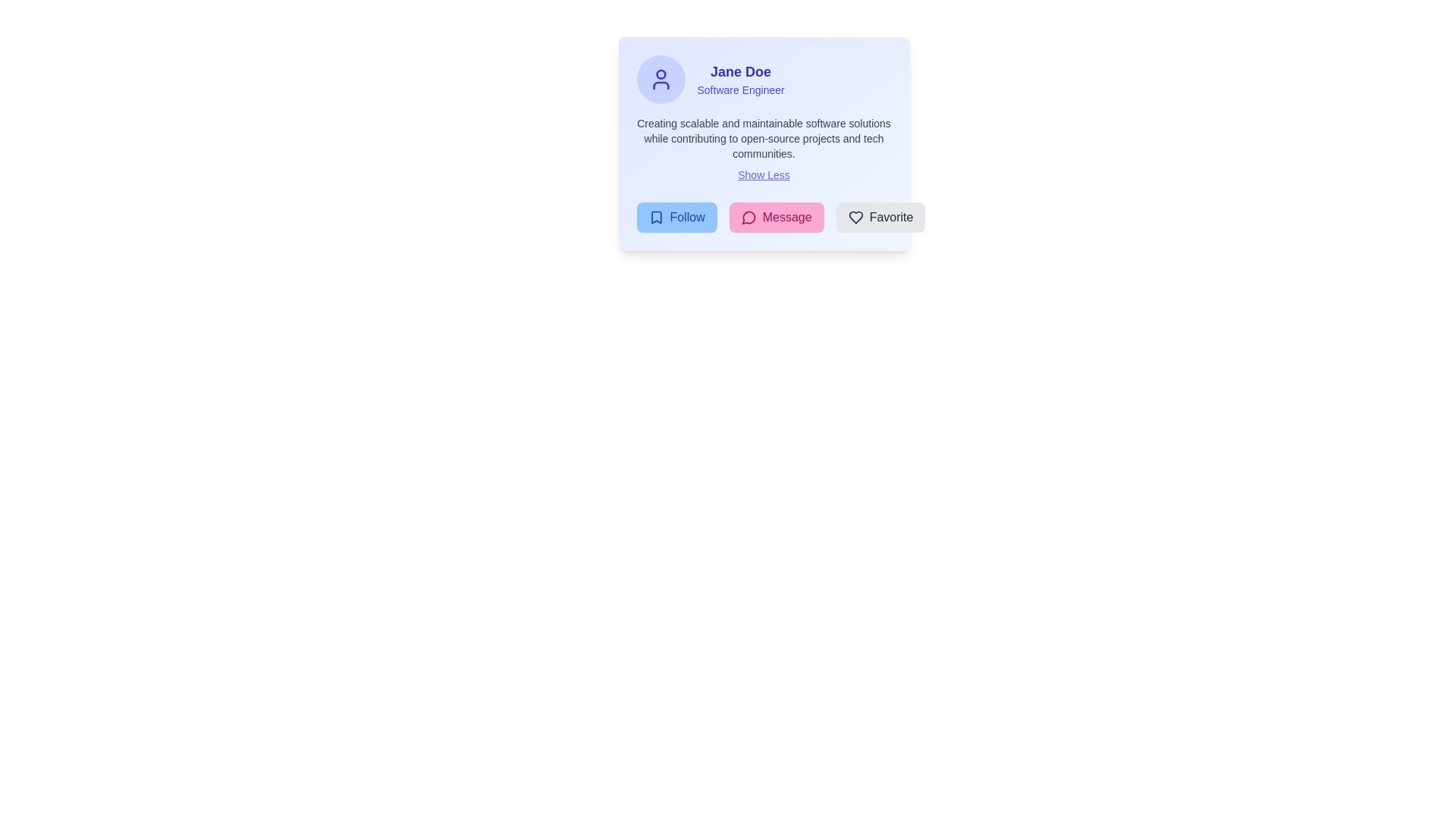 The image size is (1456, 819). Describe the element at coordinates (741, 79) in the screenshot. I see `text display component at the top left of the personal profile card, which shows the name 'Jane Doe' in bold and the subtitle 'Software Engineer' below it` at that location.